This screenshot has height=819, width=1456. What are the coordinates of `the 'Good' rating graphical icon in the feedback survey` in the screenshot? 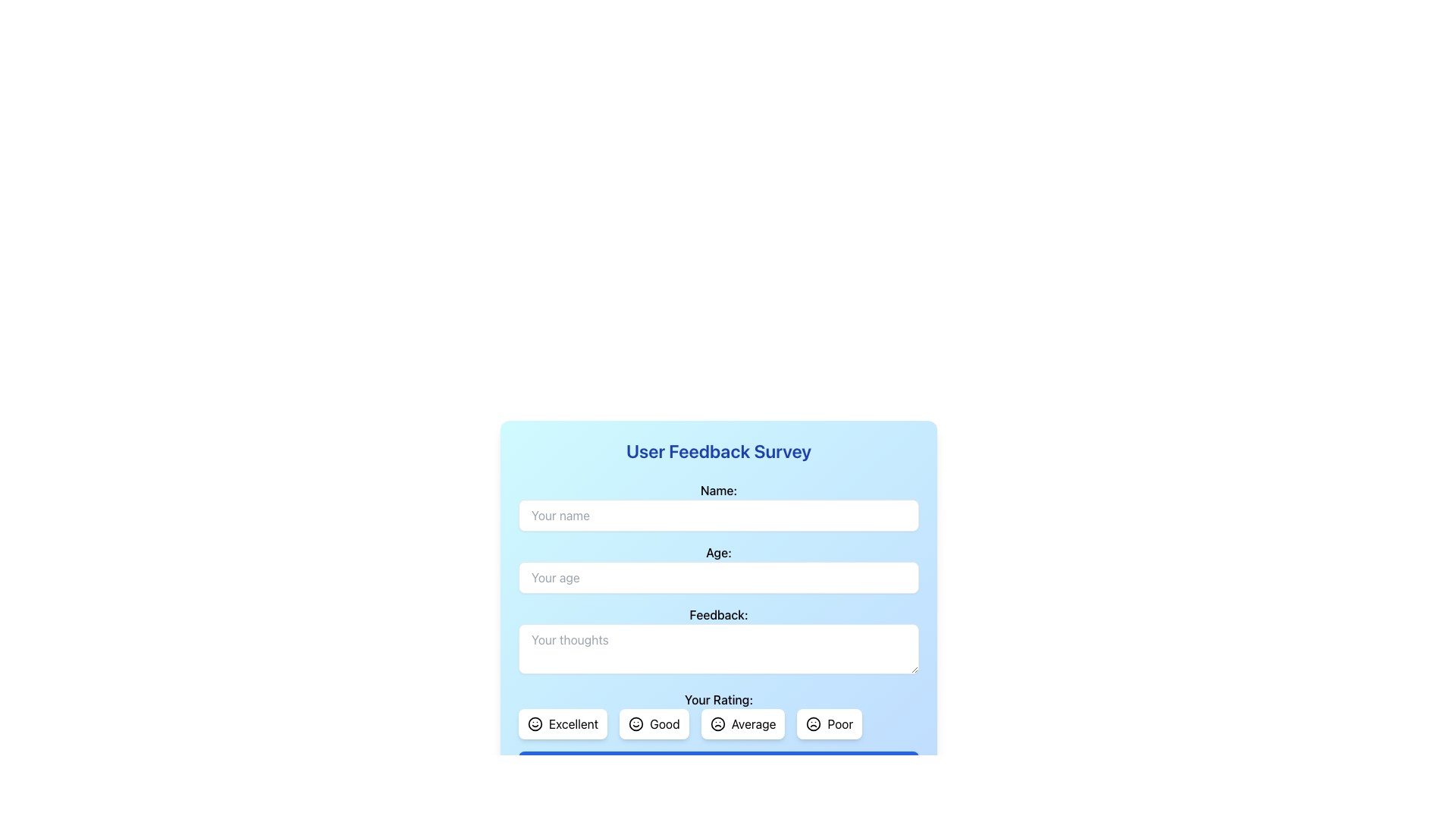 It's located at (636, 723).